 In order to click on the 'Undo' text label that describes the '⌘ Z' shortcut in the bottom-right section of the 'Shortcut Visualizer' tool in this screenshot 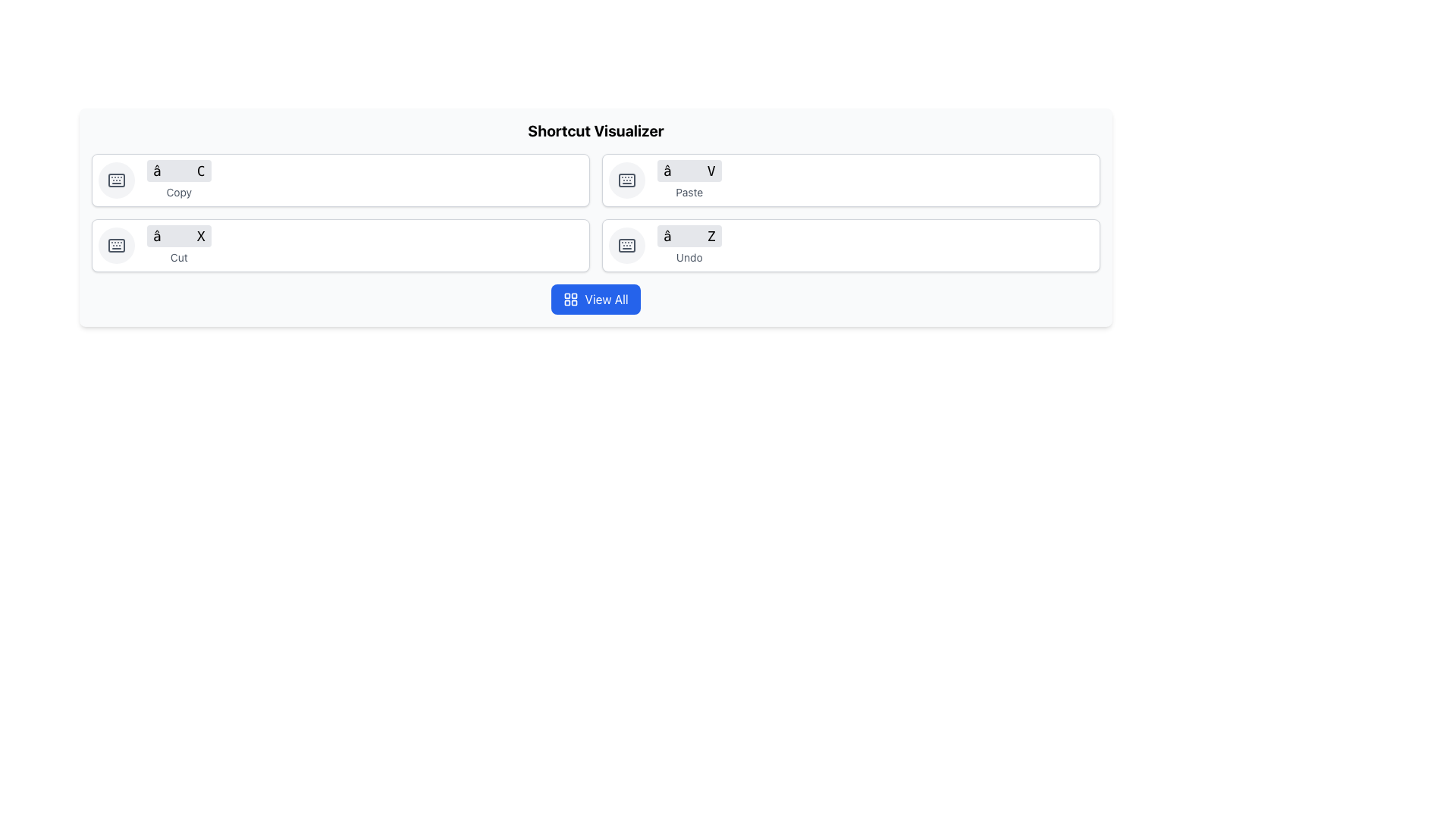, I will do `click(689, 256)`.